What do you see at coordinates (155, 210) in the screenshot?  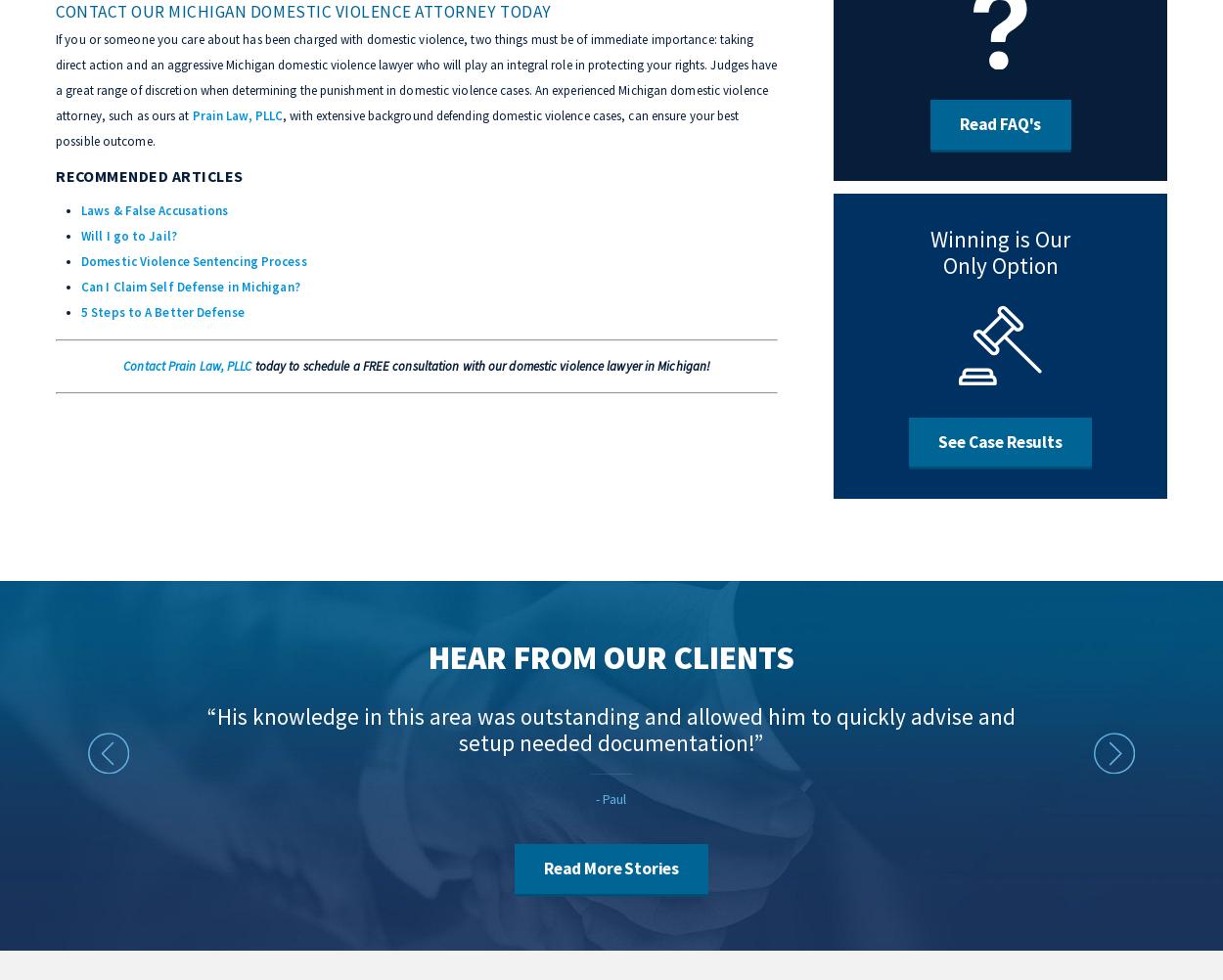 I see `'Laws & False Accusations'` at bounding box center [155, 210].